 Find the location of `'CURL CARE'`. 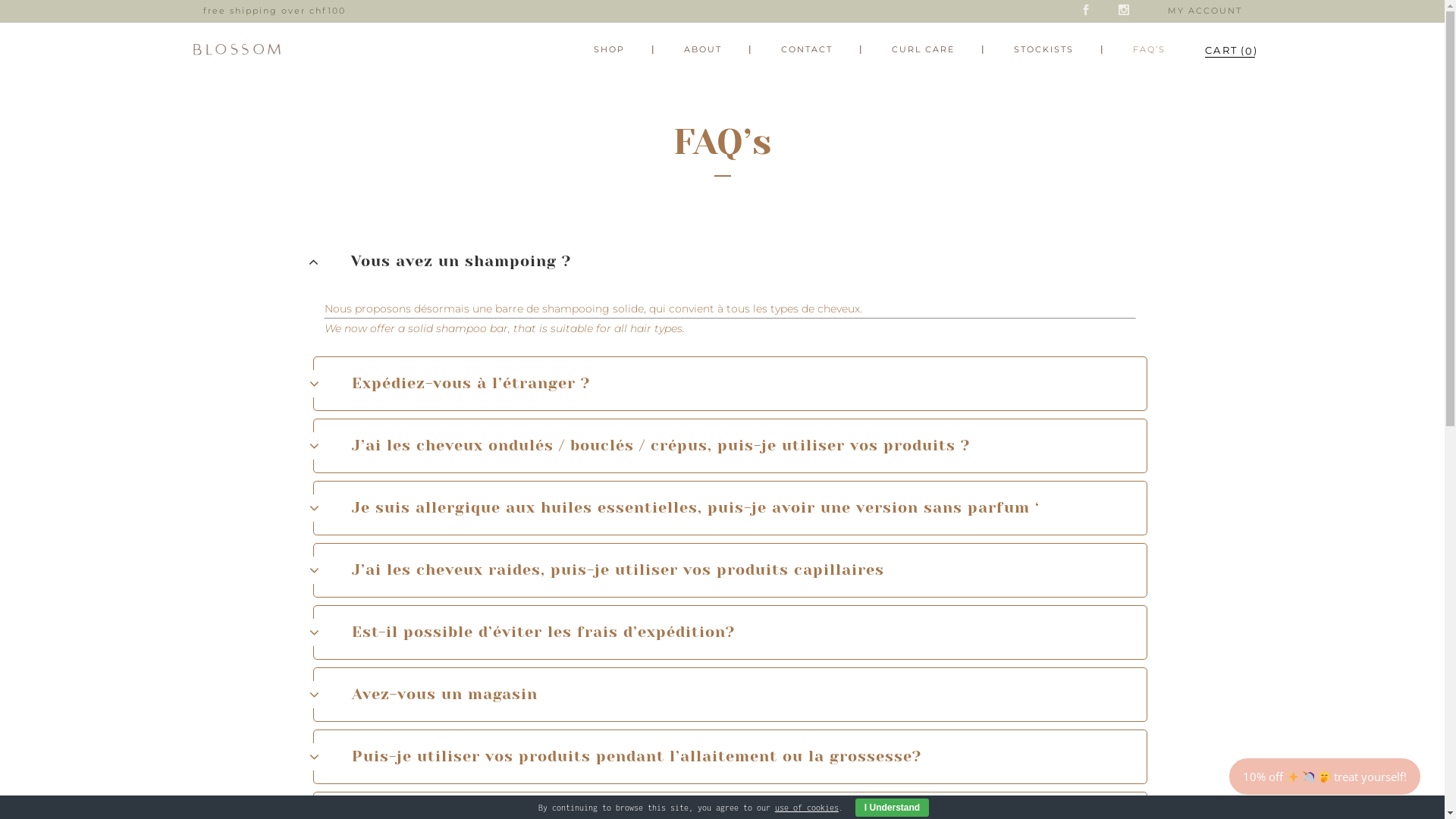

'CURL CARE' is located at coordinates (921, 49).